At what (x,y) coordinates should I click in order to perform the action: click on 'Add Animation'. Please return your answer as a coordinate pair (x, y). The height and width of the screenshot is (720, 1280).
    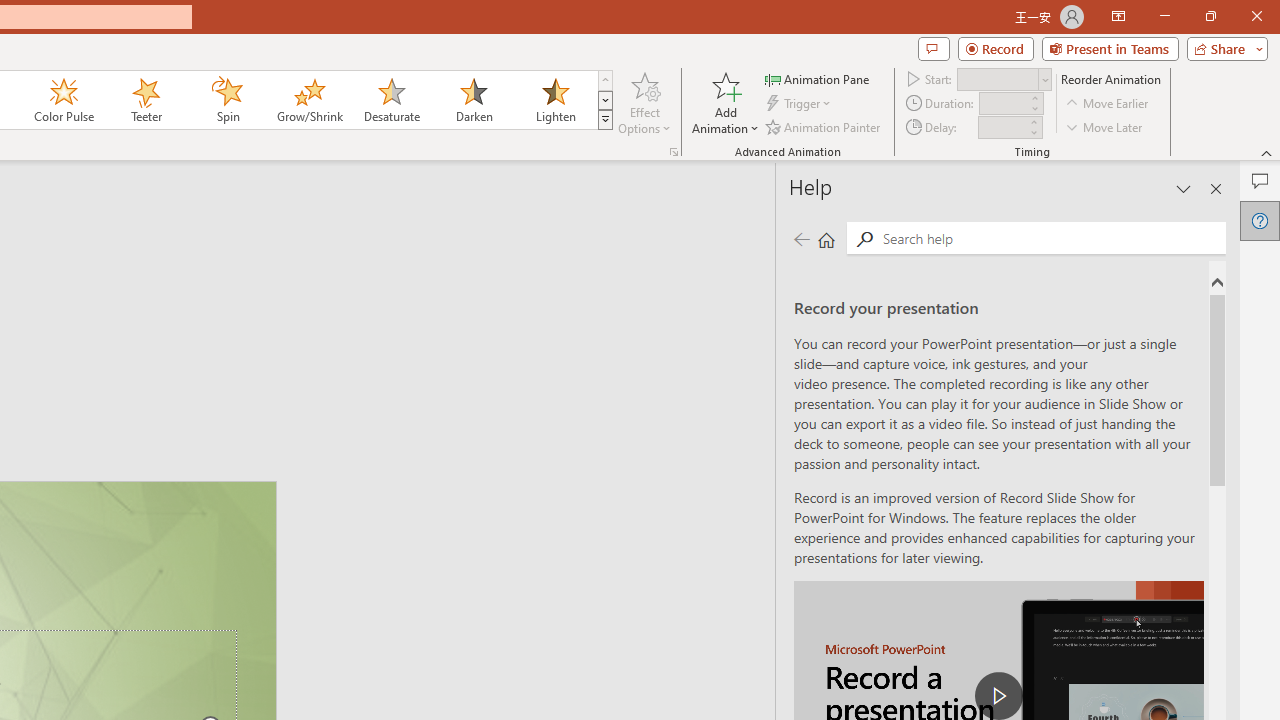
    Looking at the image, I should click on (724, 103).